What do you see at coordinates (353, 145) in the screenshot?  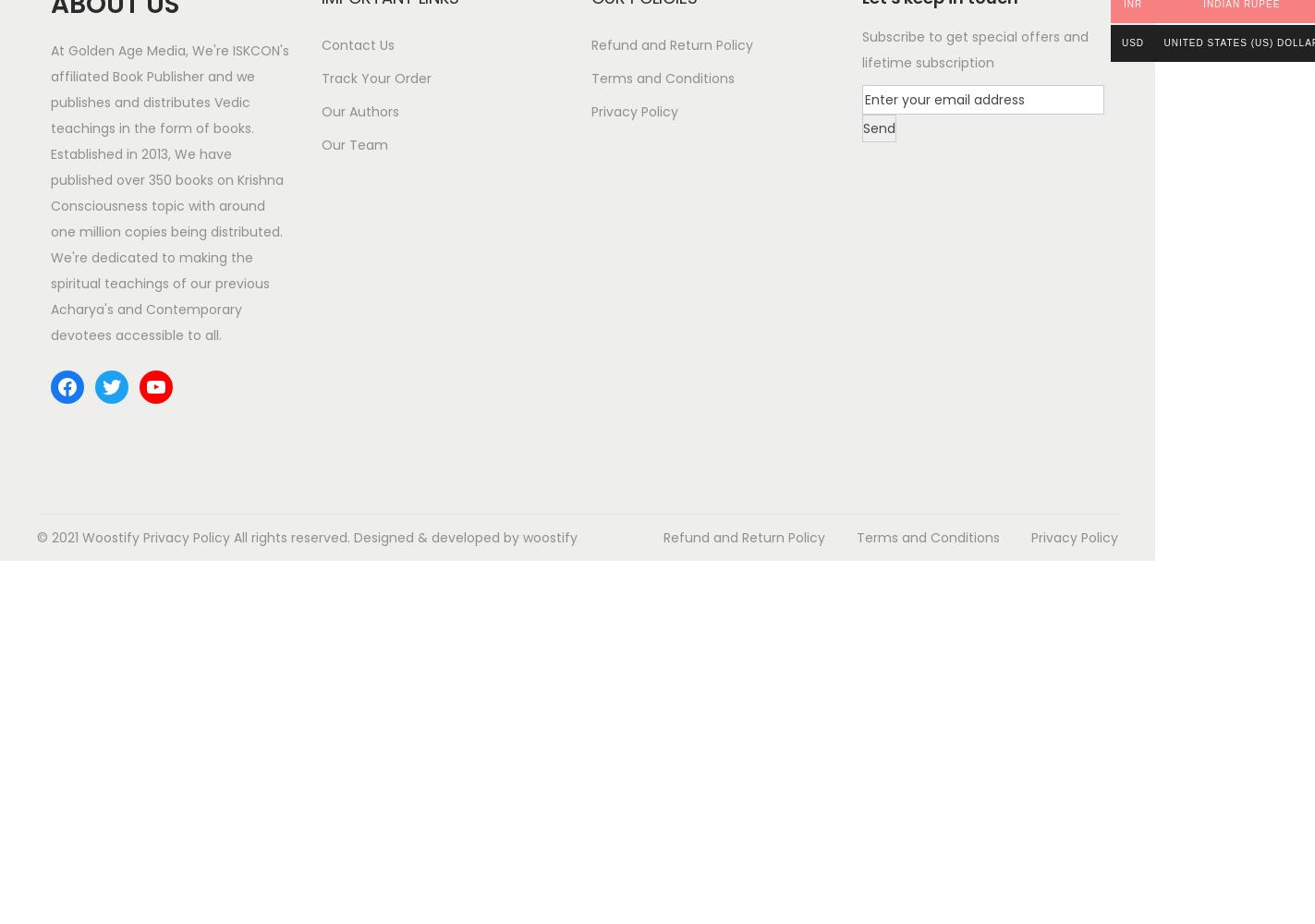 I see `'Our Team'` at bounding box center [353, 145].